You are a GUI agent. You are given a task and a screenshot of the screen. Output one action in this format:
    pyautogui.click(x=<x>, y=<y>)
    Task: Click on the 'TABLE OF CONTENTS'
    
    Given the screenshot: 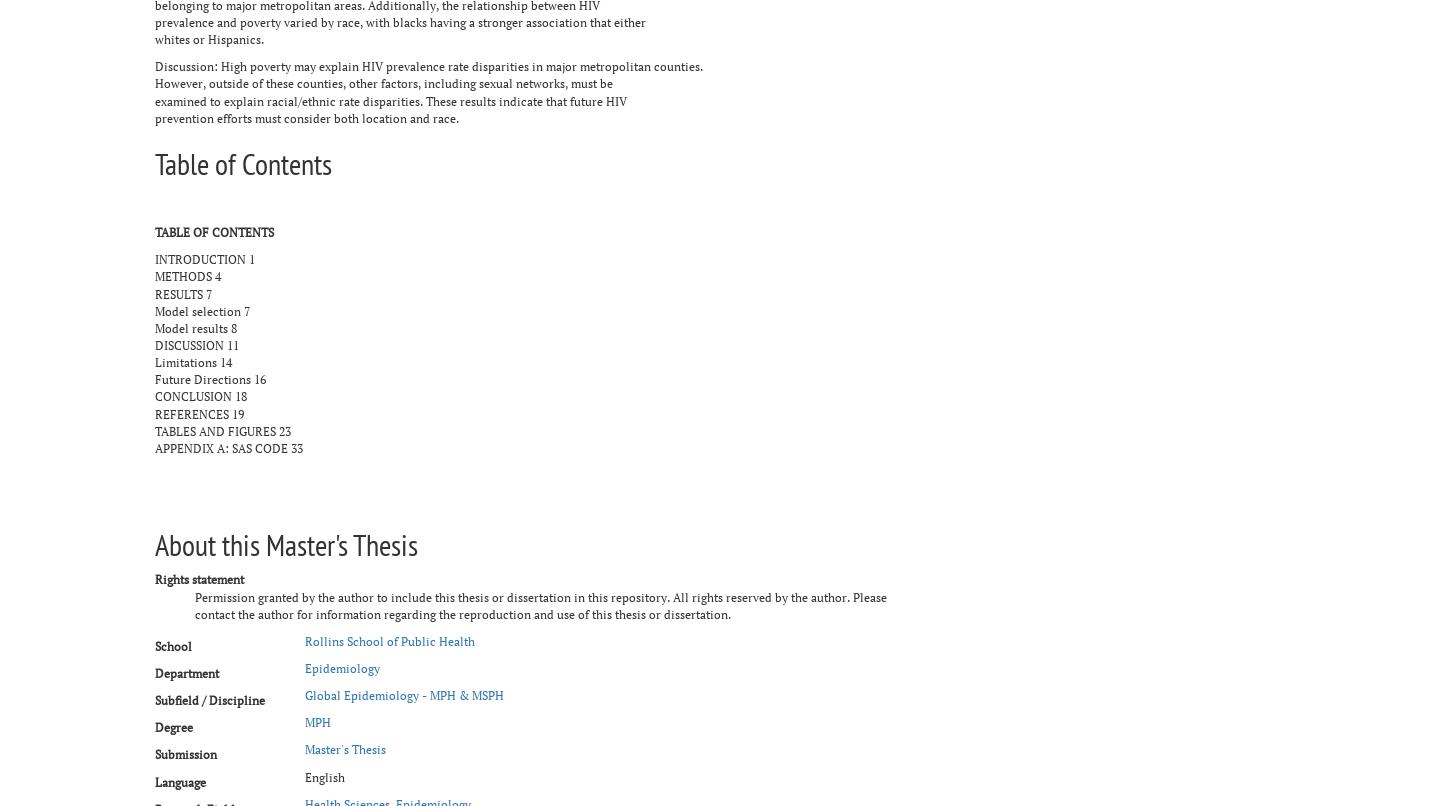 What is the action you would take?
    pyautogui.click(x=213, y=231)
    